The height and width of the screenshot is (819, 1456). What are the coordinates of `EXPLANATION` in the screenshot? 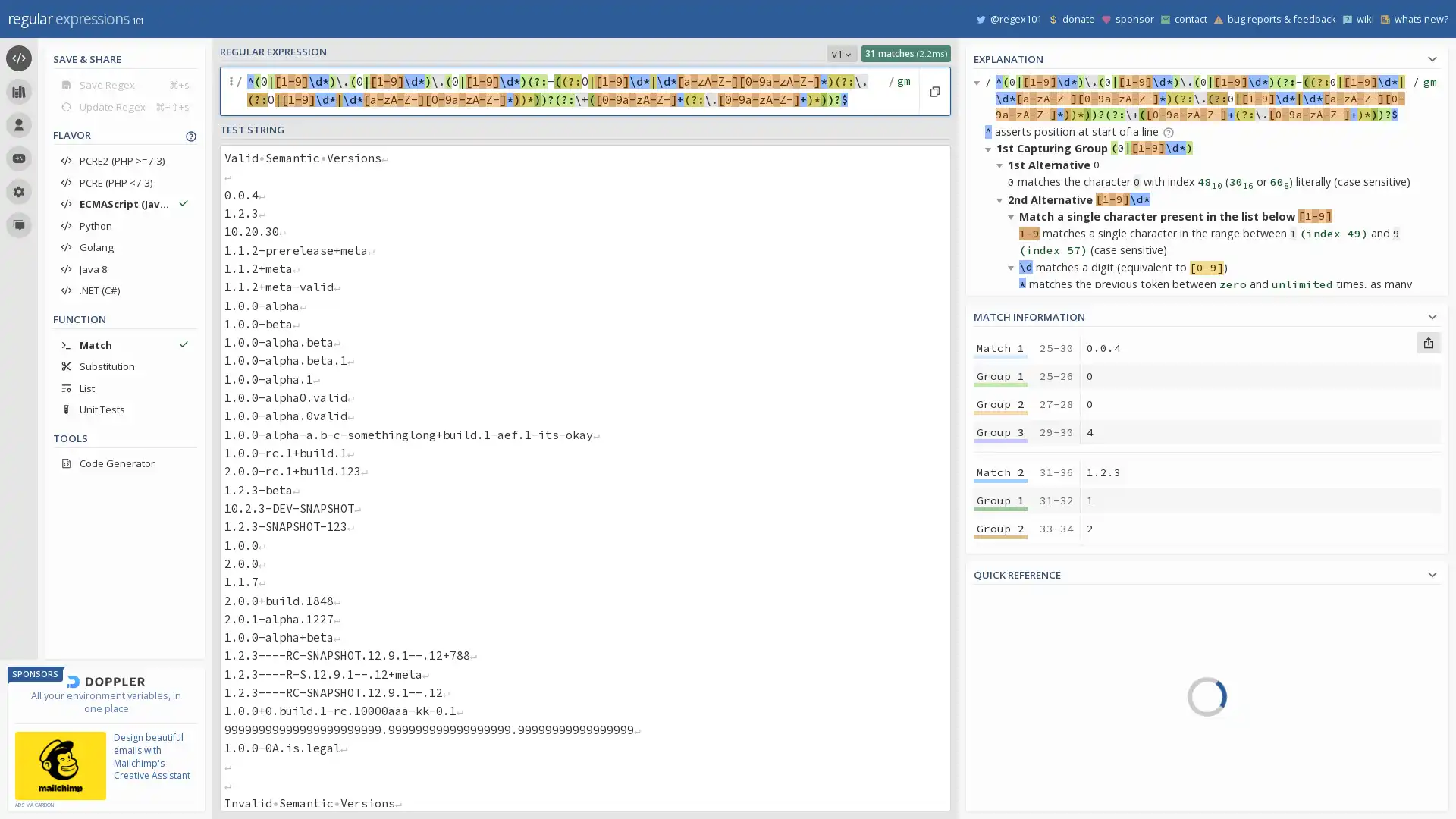 It's located at (1207, 56).